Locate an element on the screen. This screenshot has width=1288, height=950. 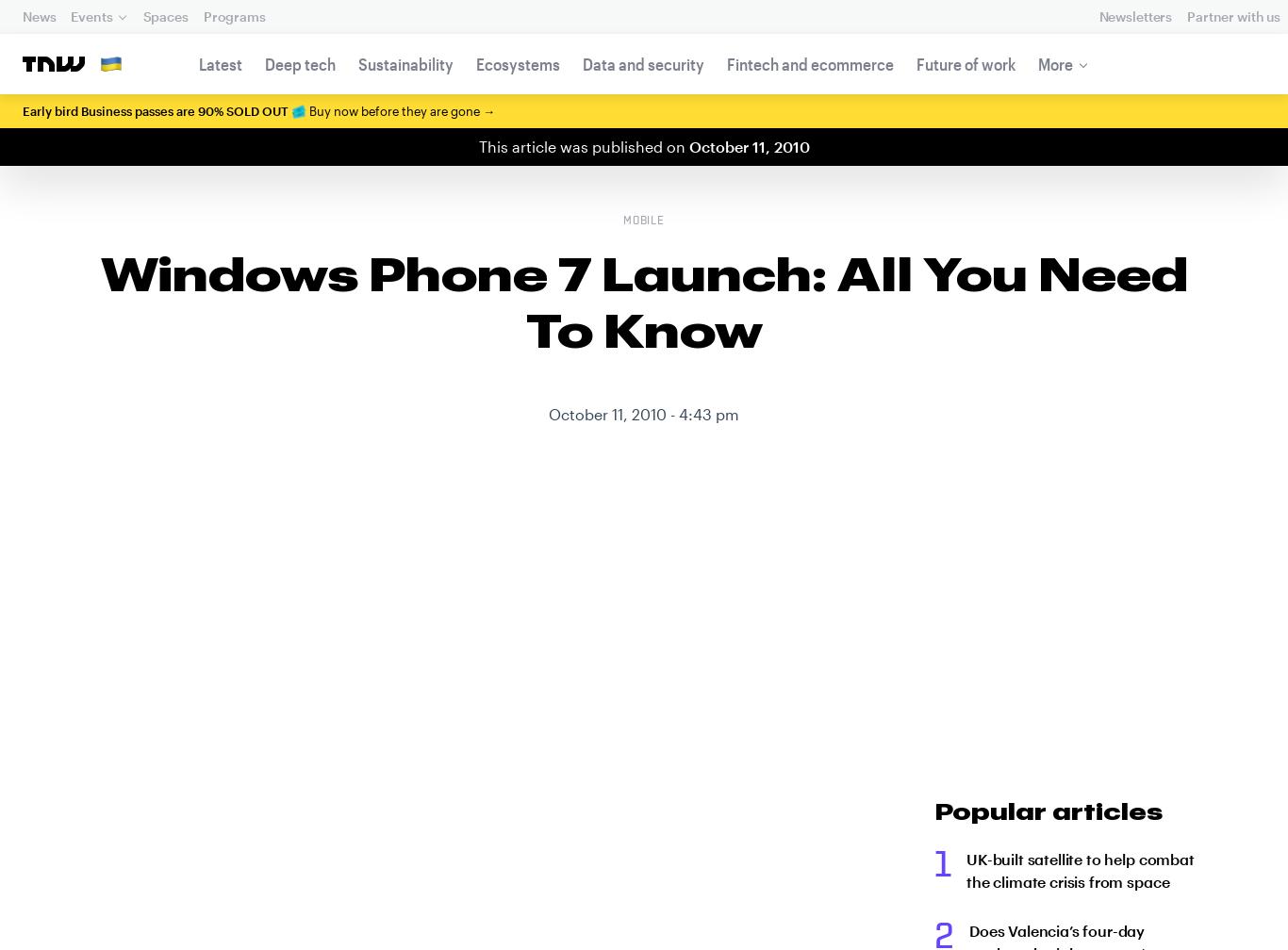
'Fintech and ecommerce' is located at coordinates (726, 64).